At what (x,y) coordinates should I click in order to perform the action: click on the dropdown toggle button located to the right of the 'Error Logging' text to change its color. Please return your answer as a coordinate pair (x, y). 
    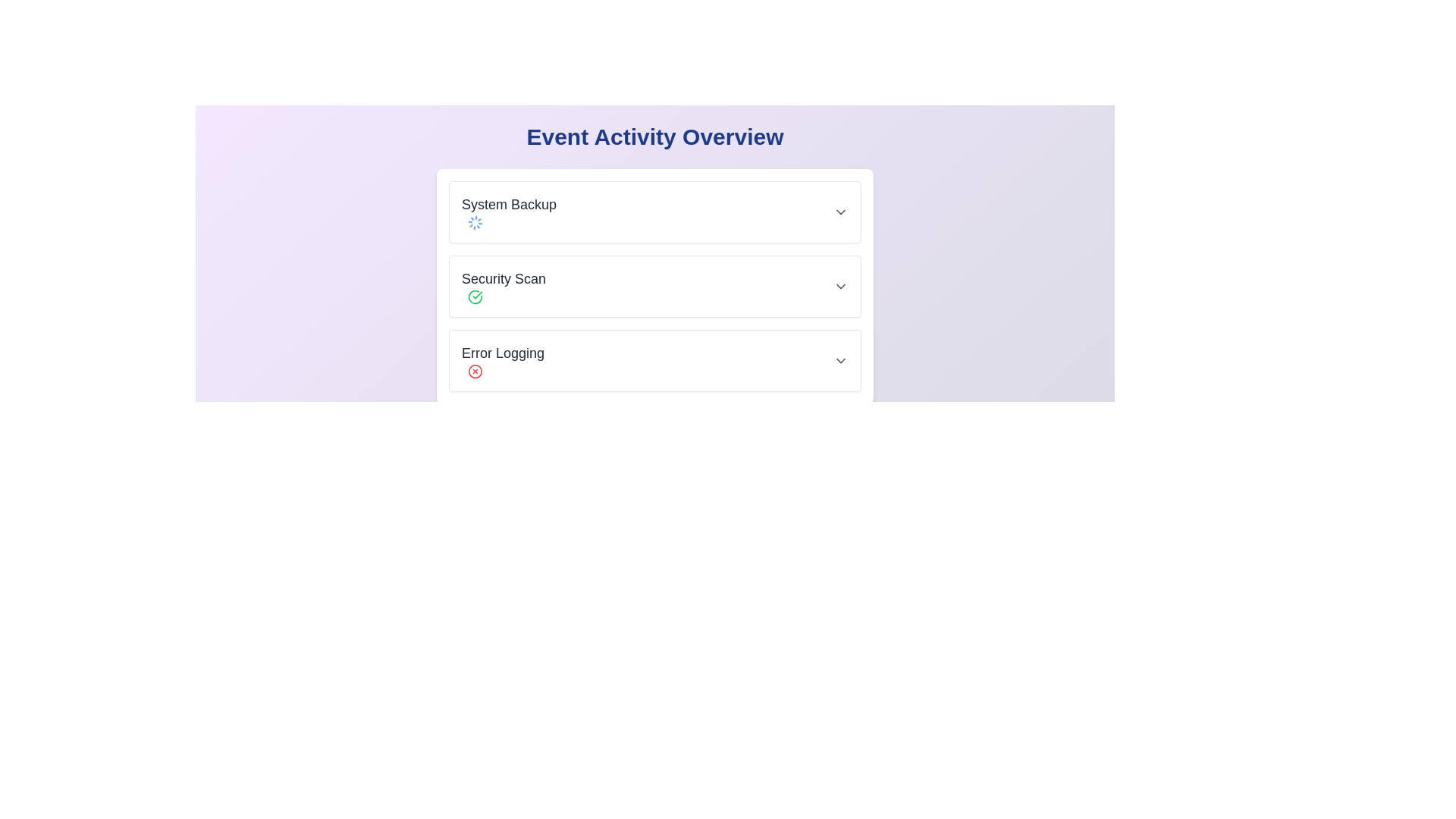
    Looking at the image, I should click on (839, 360).